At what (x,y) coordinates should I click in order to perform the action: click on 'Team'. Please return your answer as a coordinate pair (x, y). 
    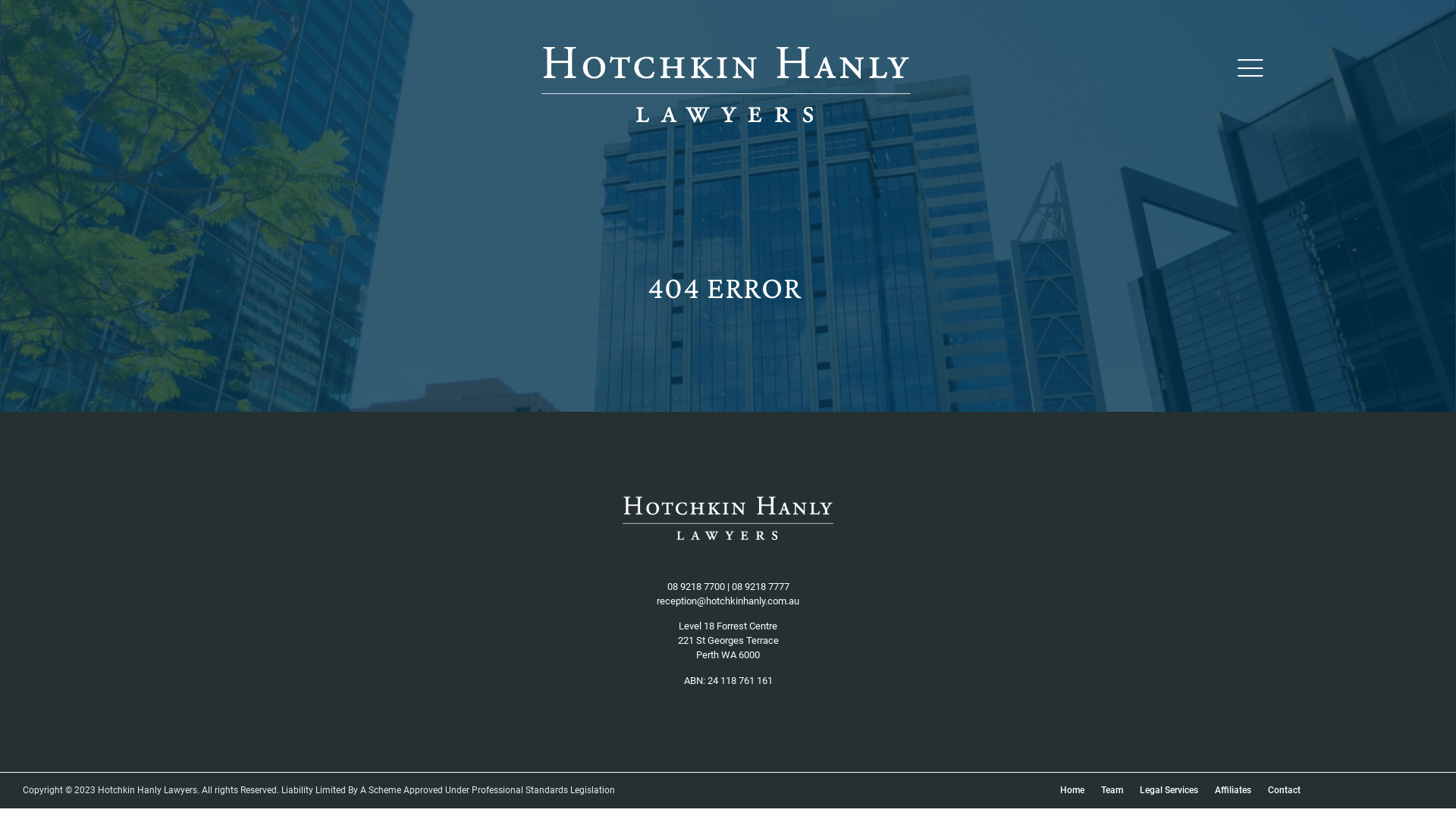
    Looking at the image, I should click on (1112, 789).